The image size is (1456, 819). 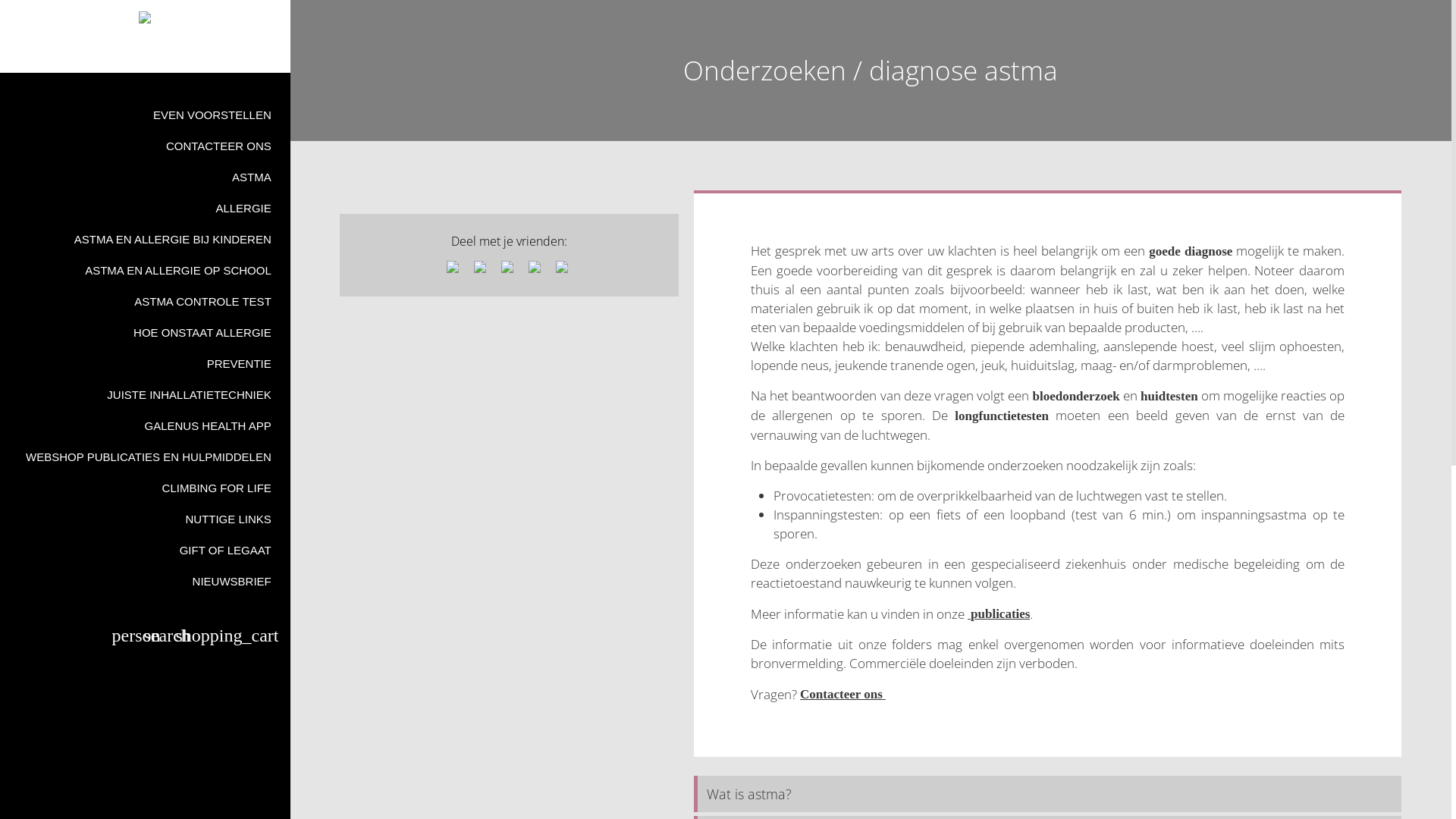 I want to click on 'ASTMA', so click(x=145, y=176).